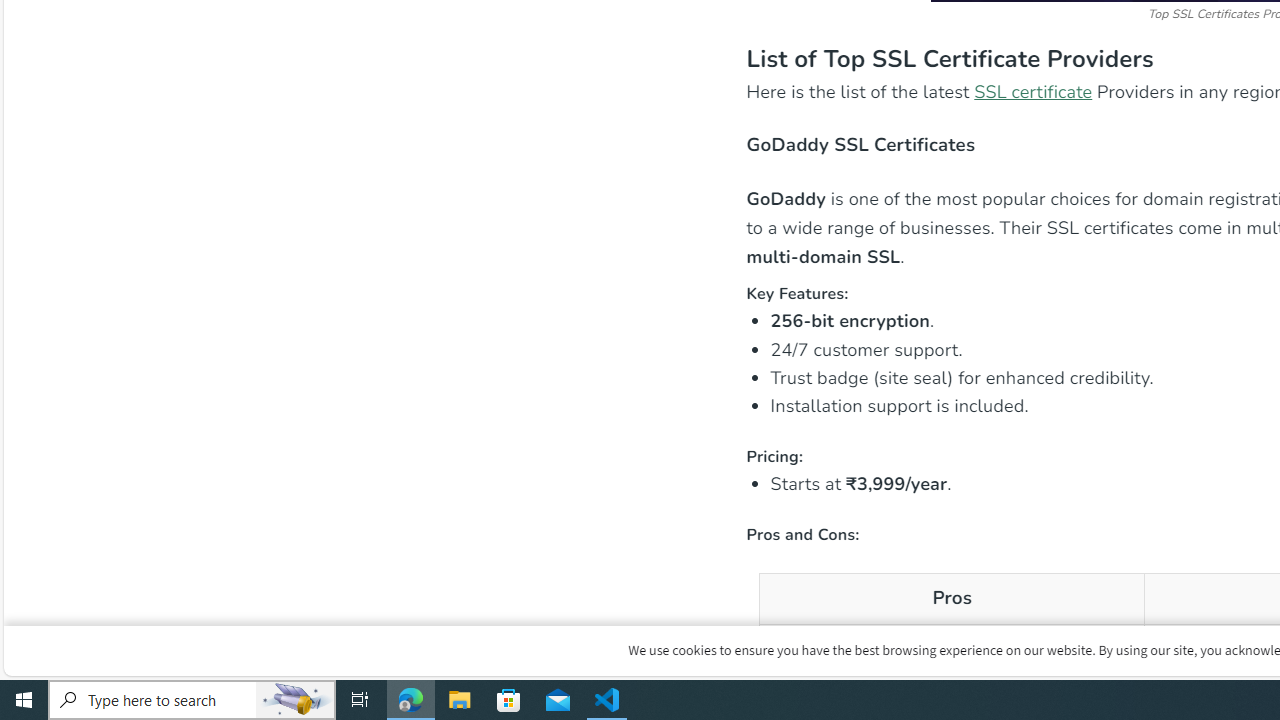  Describe the element at coordinates (1033, 92) in the screenshot. I see `'SSL certificate'` at that location.